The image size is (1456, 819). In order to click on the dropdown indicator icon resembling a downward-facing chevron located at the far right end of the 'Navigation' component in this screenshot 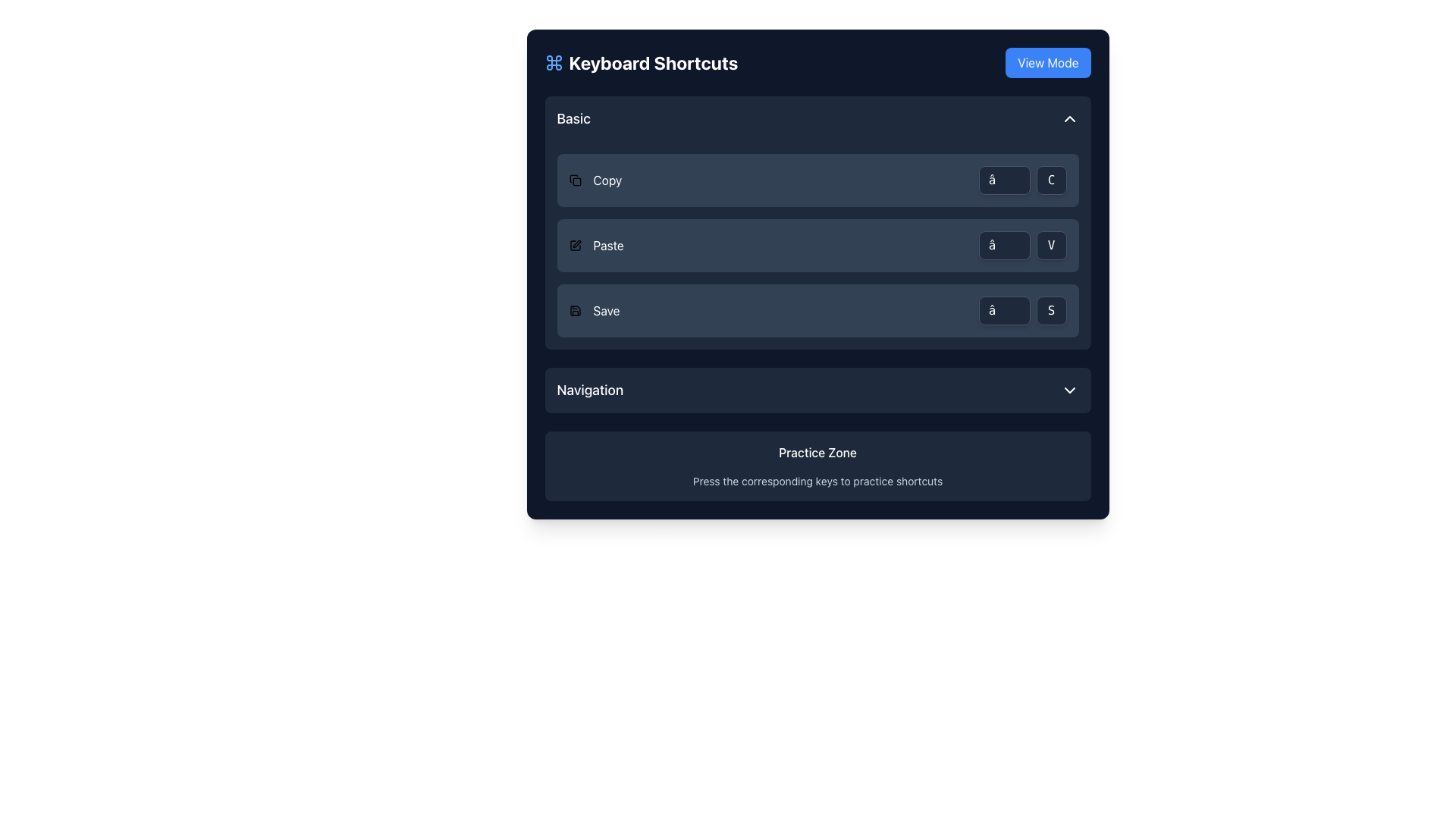, I will do `click(1068, 390)`.